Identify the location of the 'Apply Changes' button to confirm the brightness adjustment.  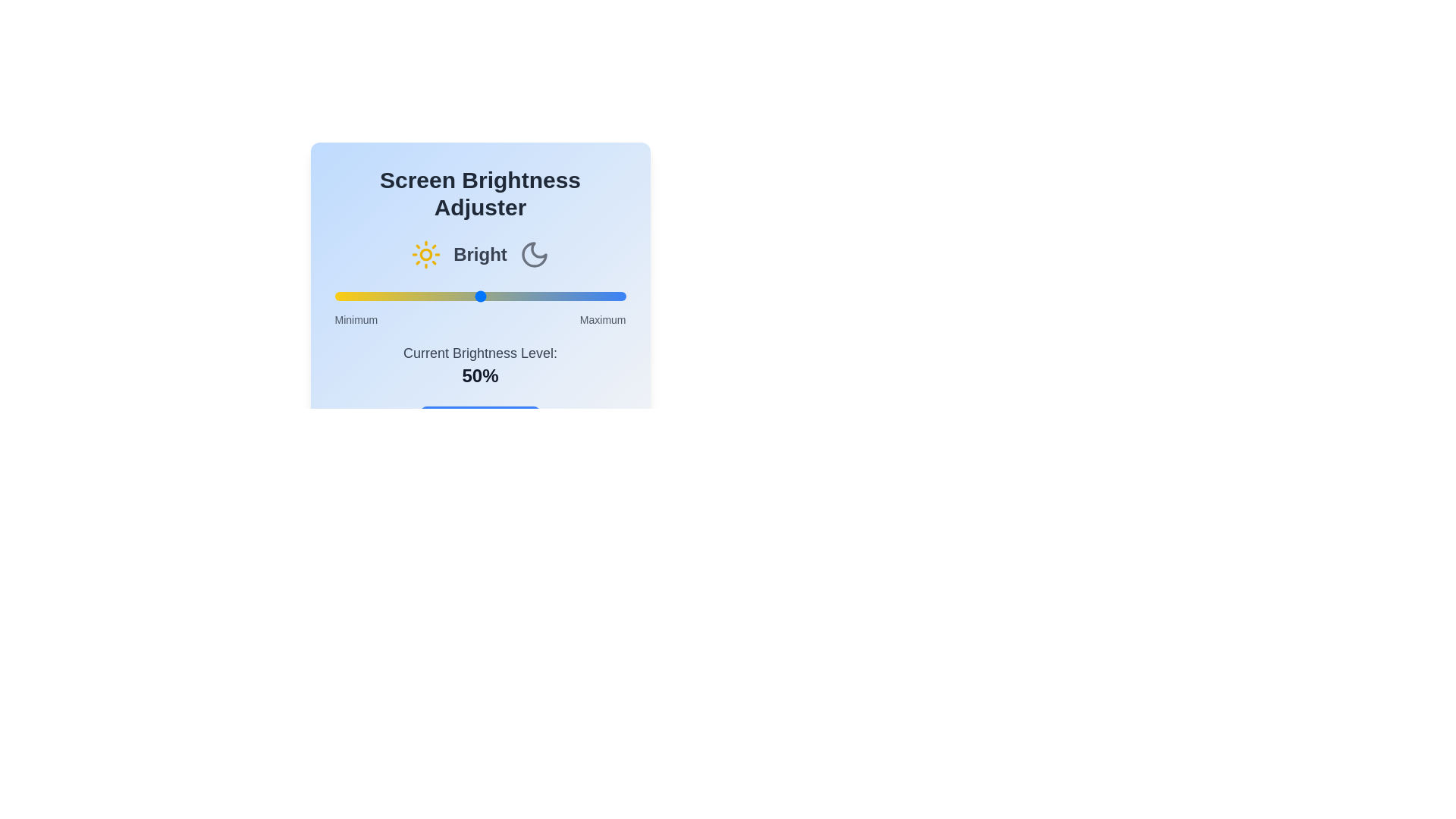
(479, 421).